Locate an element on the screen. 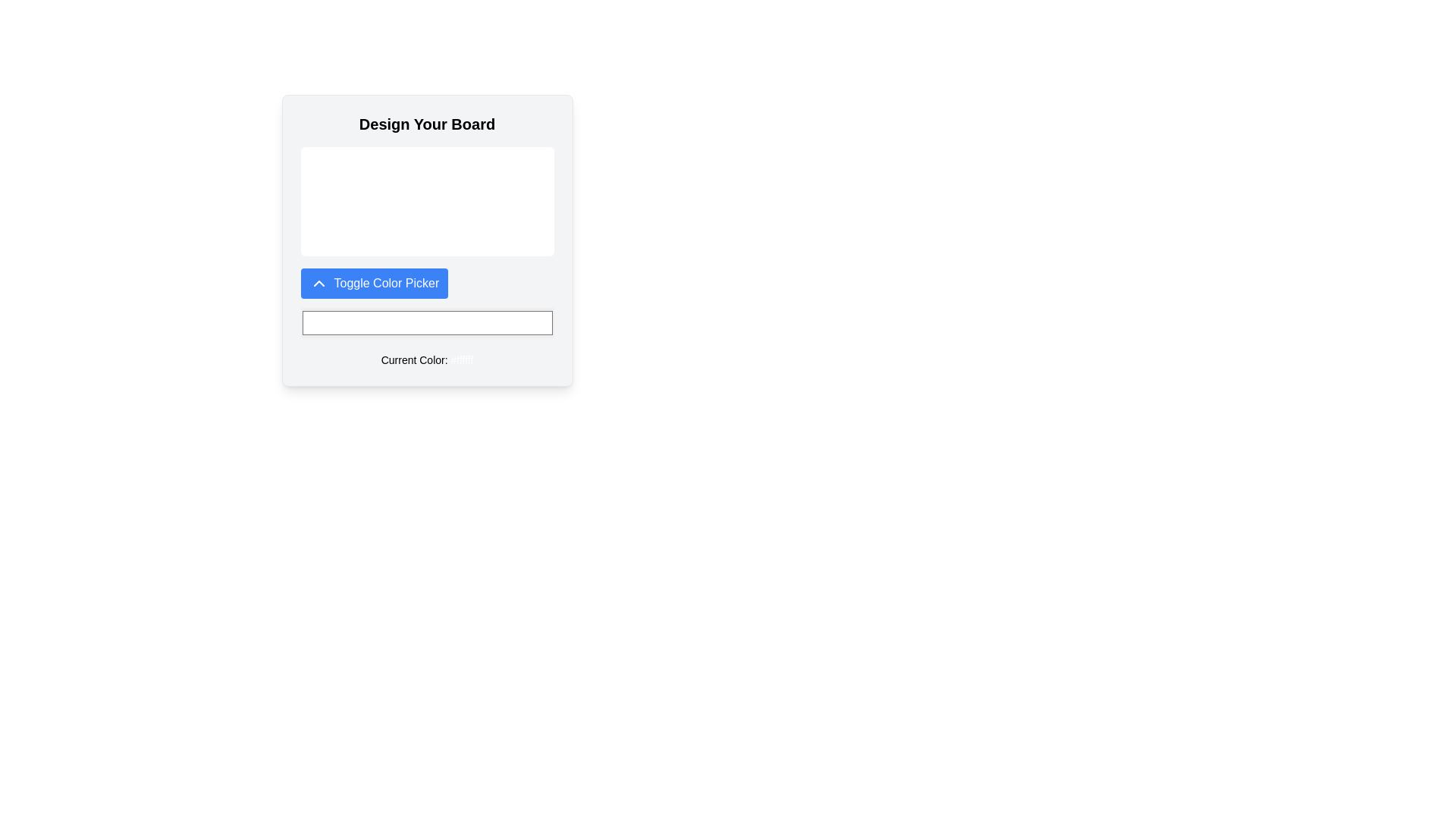 The height and width of the screenshot is (819, 1456). the empty Color input field, which is rectangular with rounded corners and a white background is located at coordinates (426, 322).